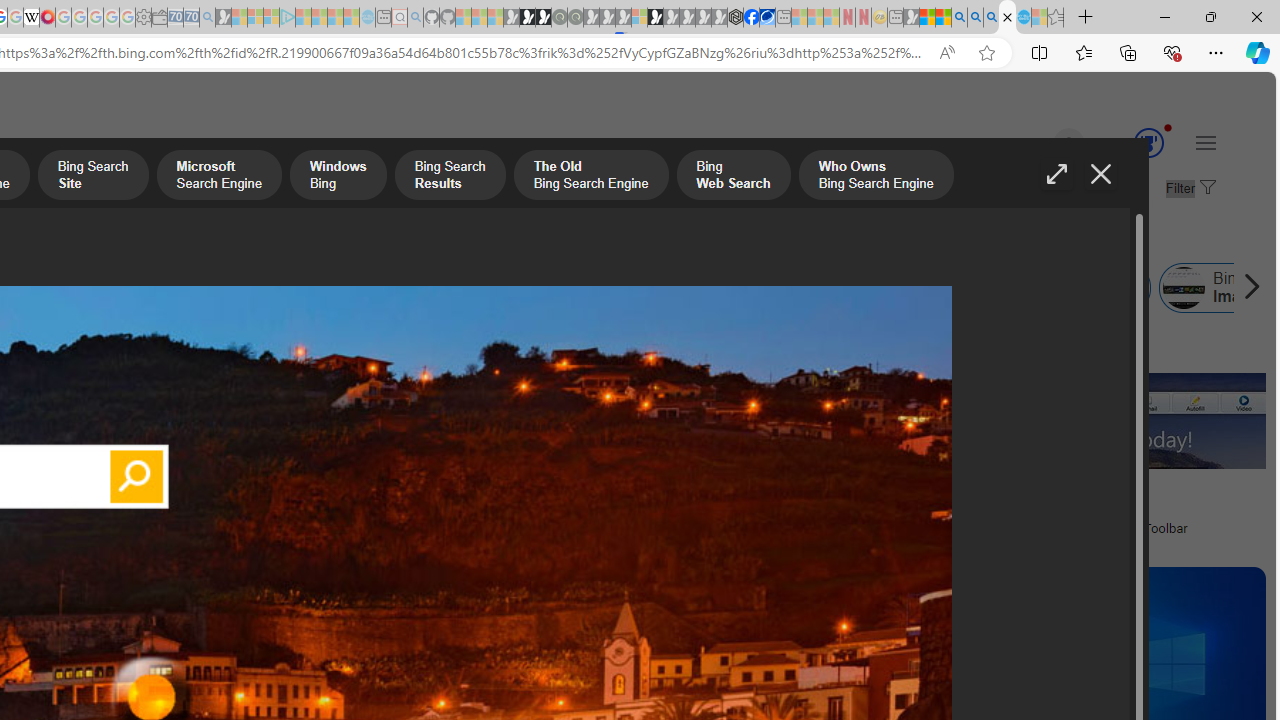 This screenshot has width=1280, height=720. What do you see at coordinates (1188, 189) in the screenshot?
I see `'Filter'` at bounding box center [1188, 189].